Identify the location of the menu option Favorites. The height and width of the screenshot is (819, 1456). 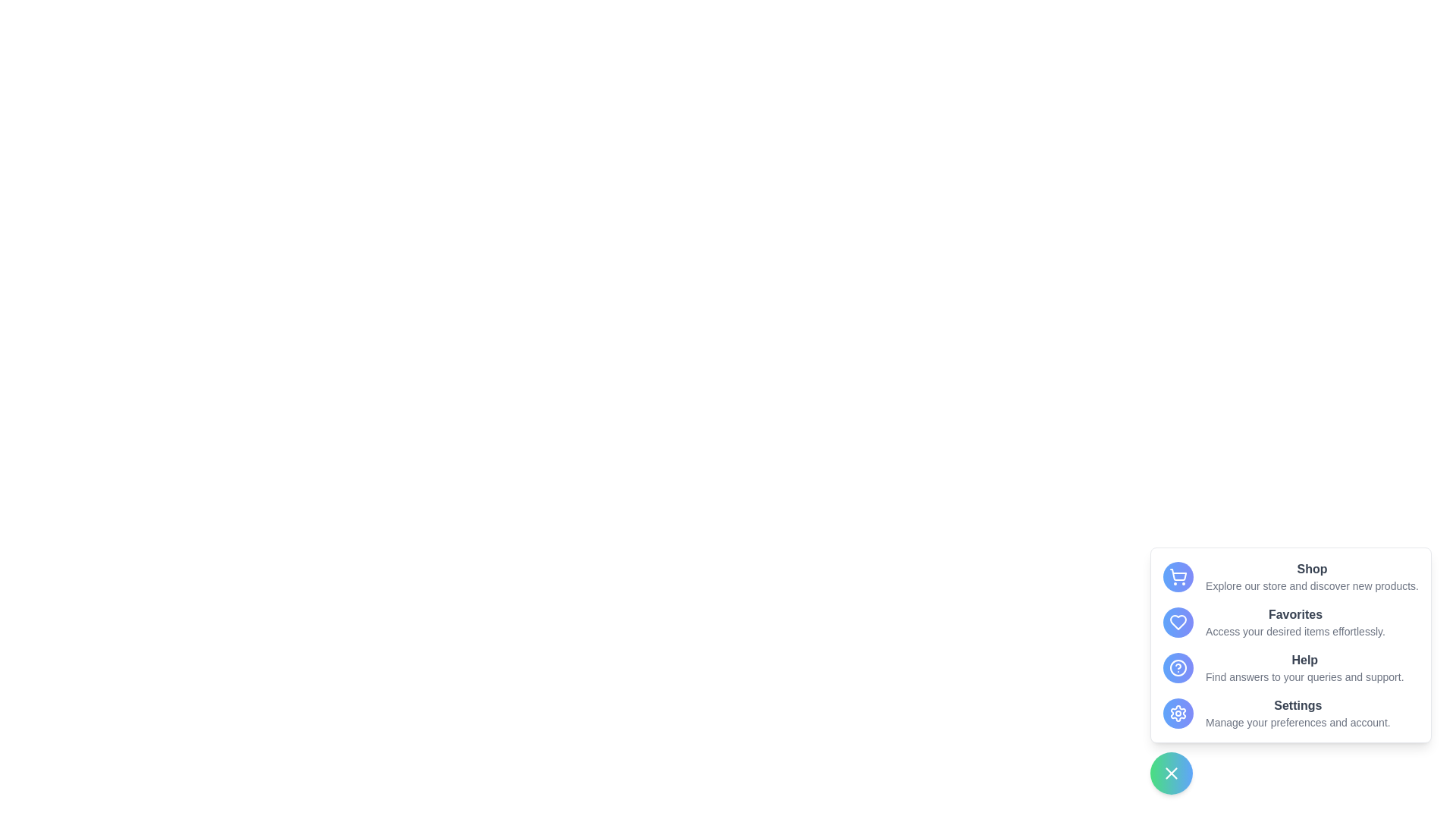
(1178, 623).